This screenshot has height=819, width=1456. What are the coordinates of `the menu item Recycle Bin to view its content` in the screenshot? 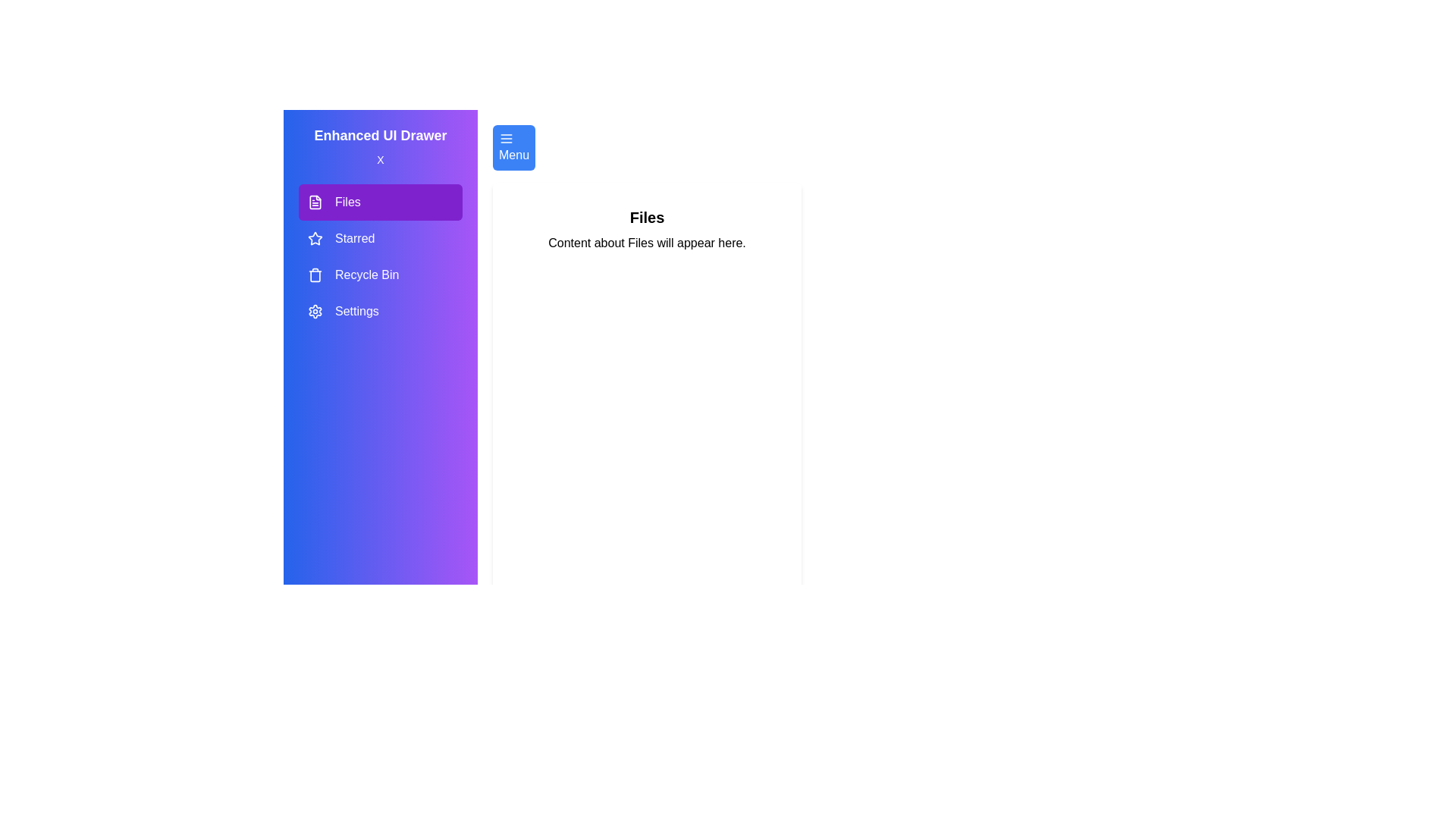 It's located at (381, 275).